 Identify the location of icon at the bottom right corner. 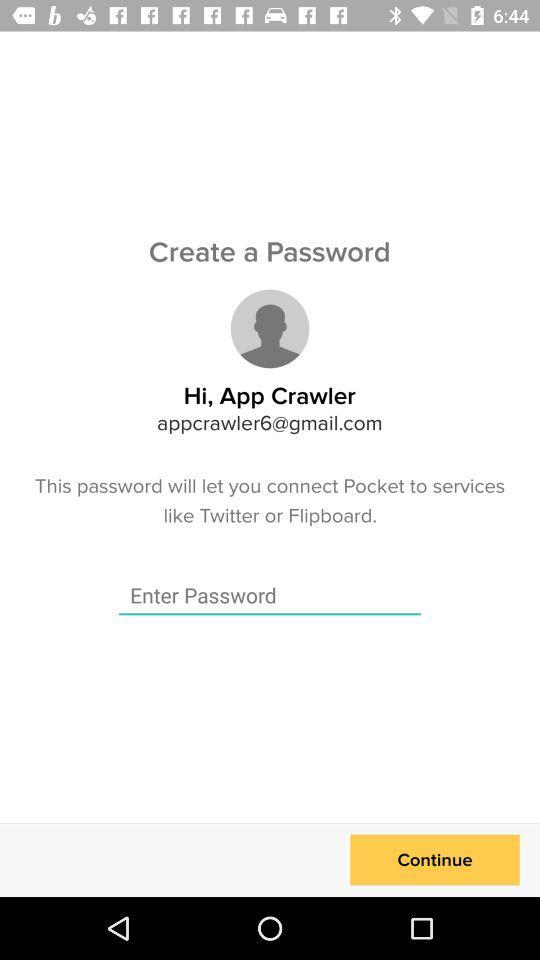
(434, 859).